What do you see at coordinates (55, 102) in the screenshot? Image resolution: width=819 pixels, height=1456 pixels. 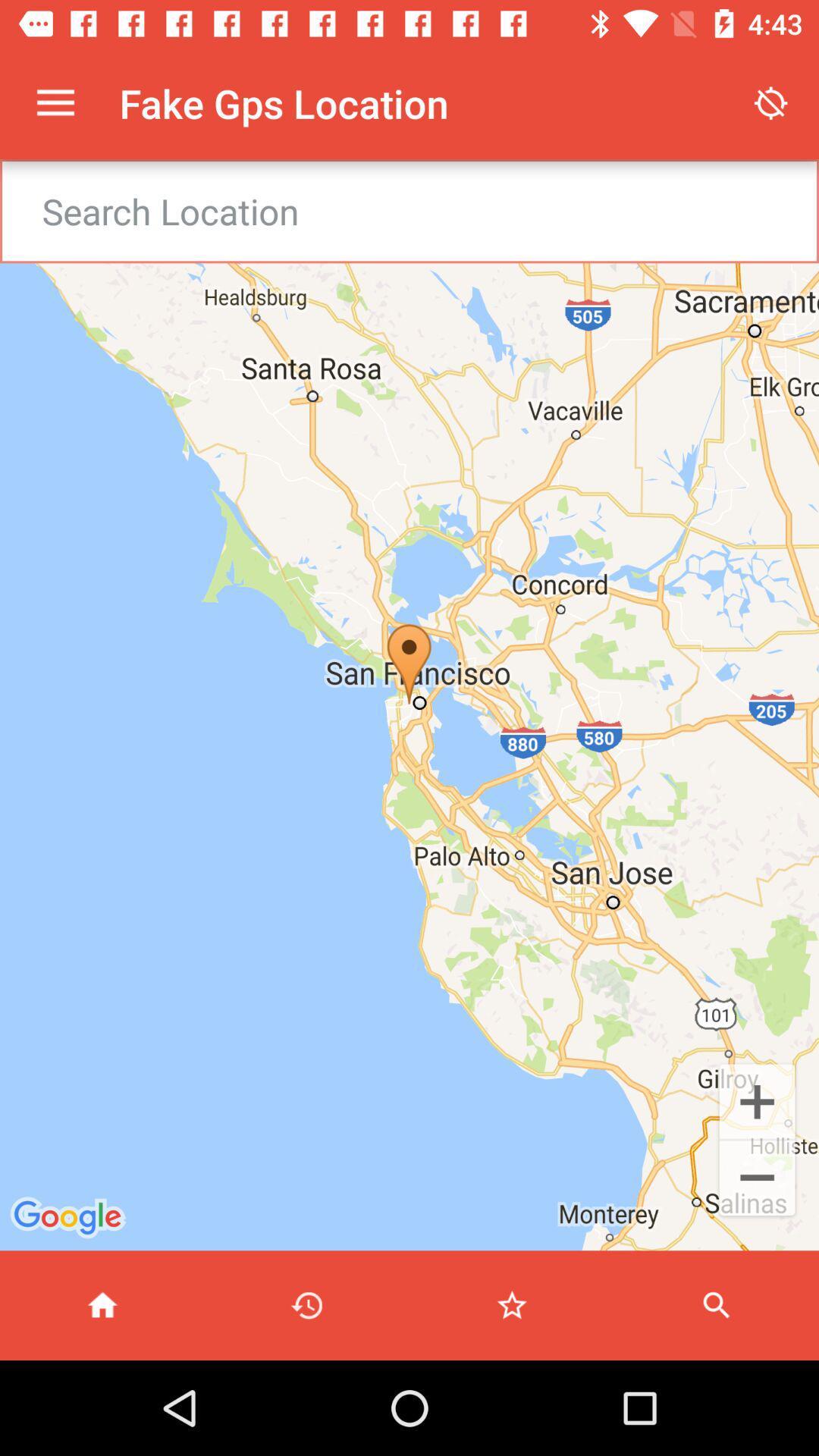 I see `app to the left of fake gps location` at bounding box center [55, 102].